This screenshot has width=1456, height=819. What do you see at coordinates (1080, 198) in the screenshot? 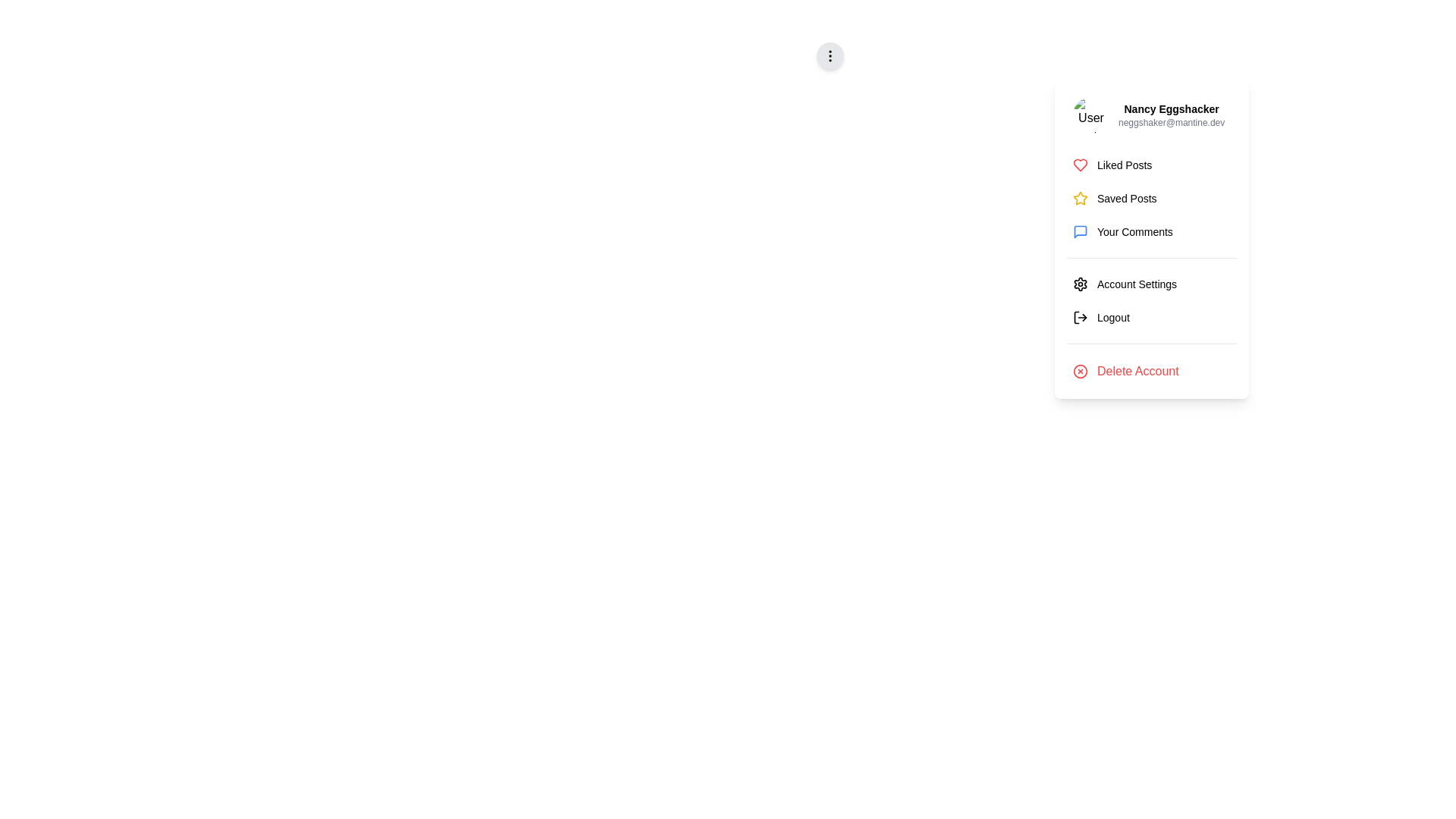
I see `the yellow star-shaped icon for the 'Saved Posts' menu item, which is the second option in the vertical list` at bounding box center [1080, 198].